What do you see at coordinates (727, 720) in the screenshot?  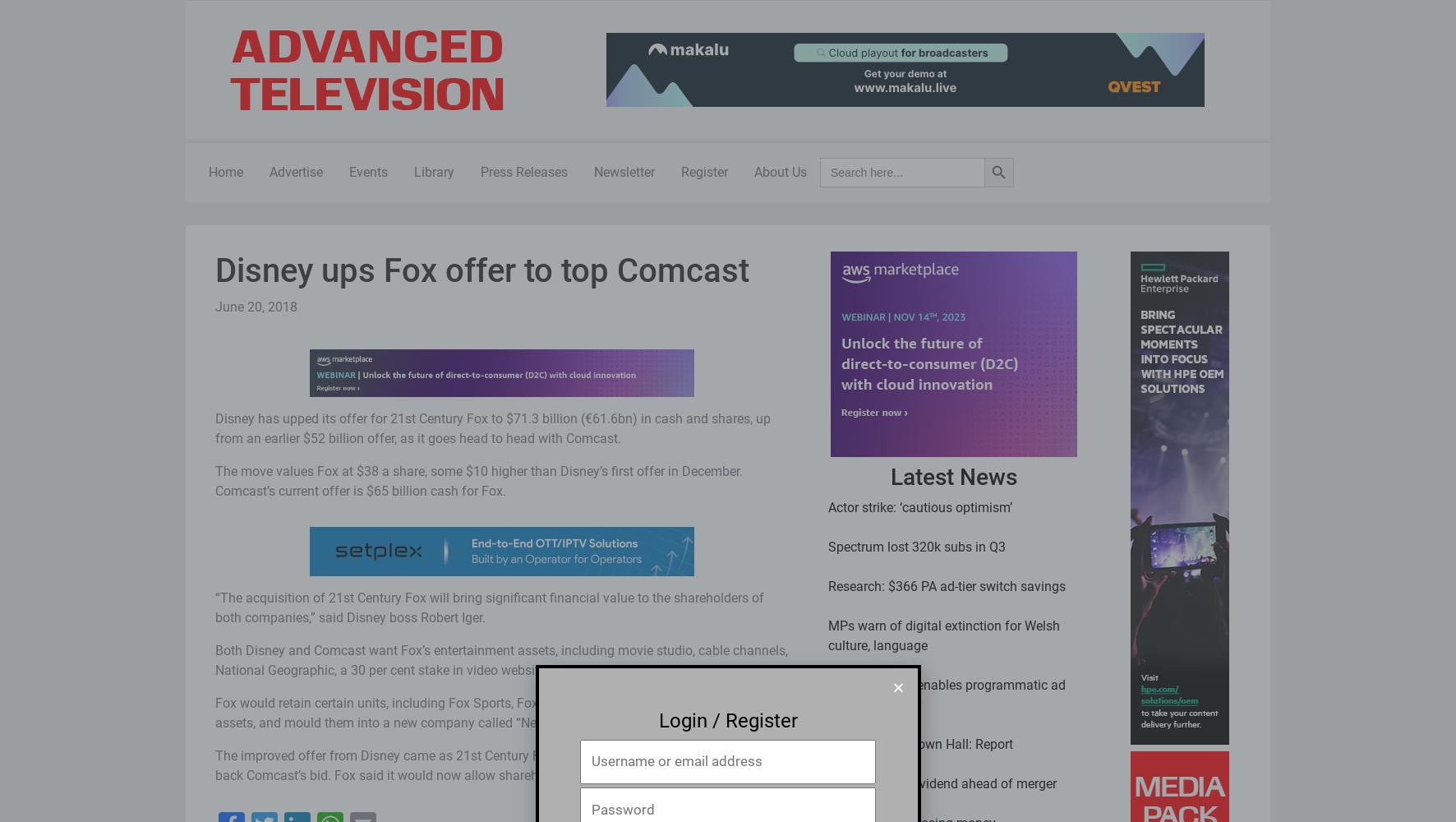 I see `'Login / Register'` at bounding box center [727, 720].